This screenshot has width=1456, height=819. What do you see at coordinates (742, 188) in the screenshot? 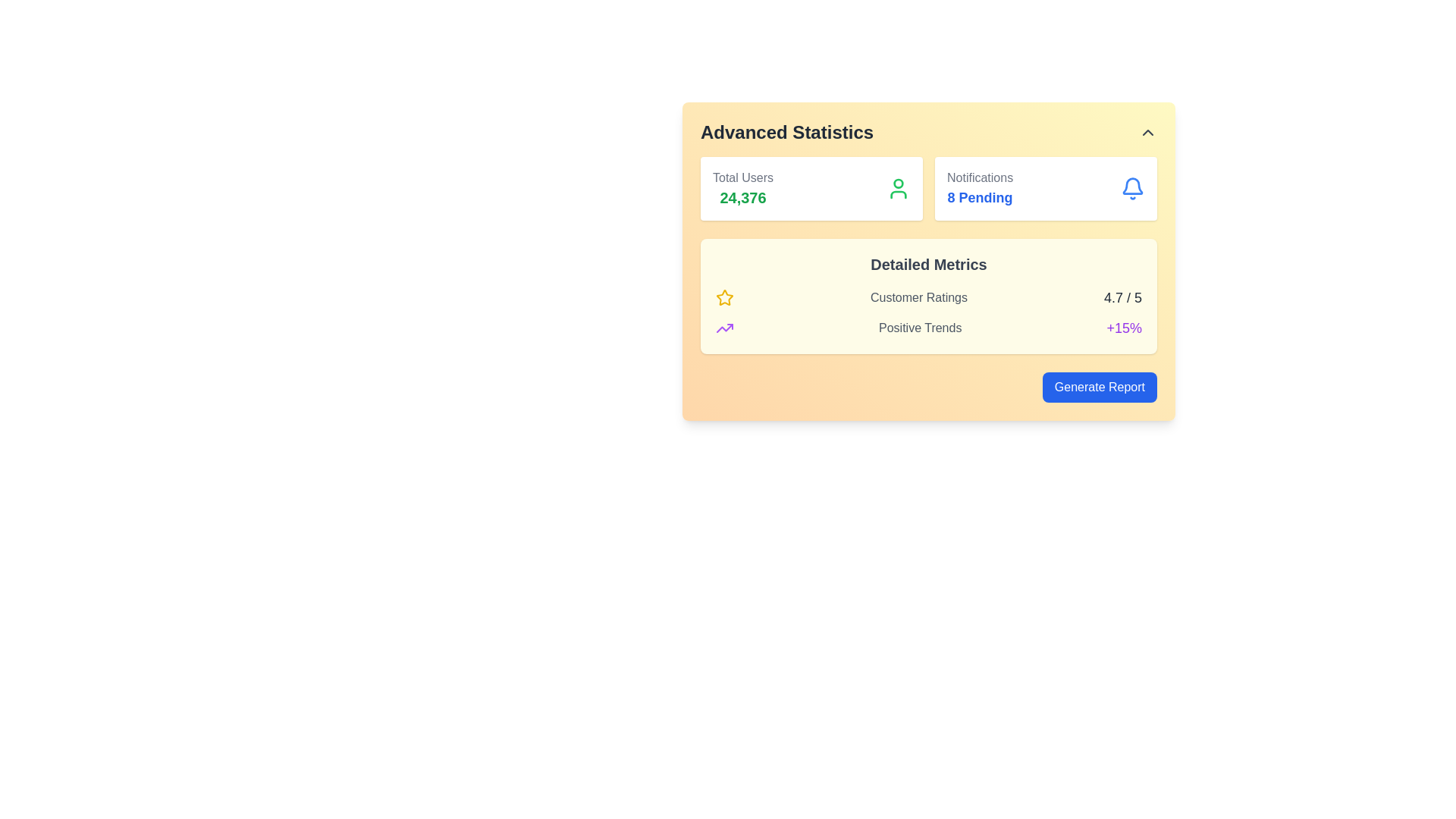
I see `the Text Block displaying the total number of users, located in the upper-left section of the 'Advanced Statistics' card, next to the user icon and notification section` at bounding box center [742, 188].